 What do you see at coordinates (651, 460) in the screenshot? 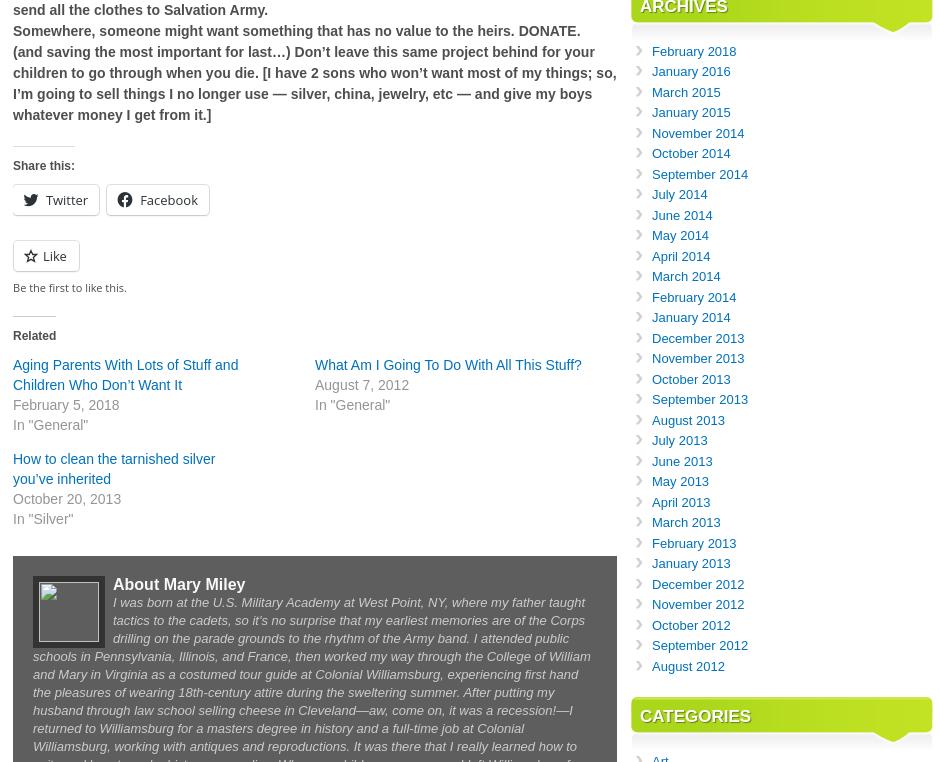
I see `'June 2013'` at bounding box center [651, 460].